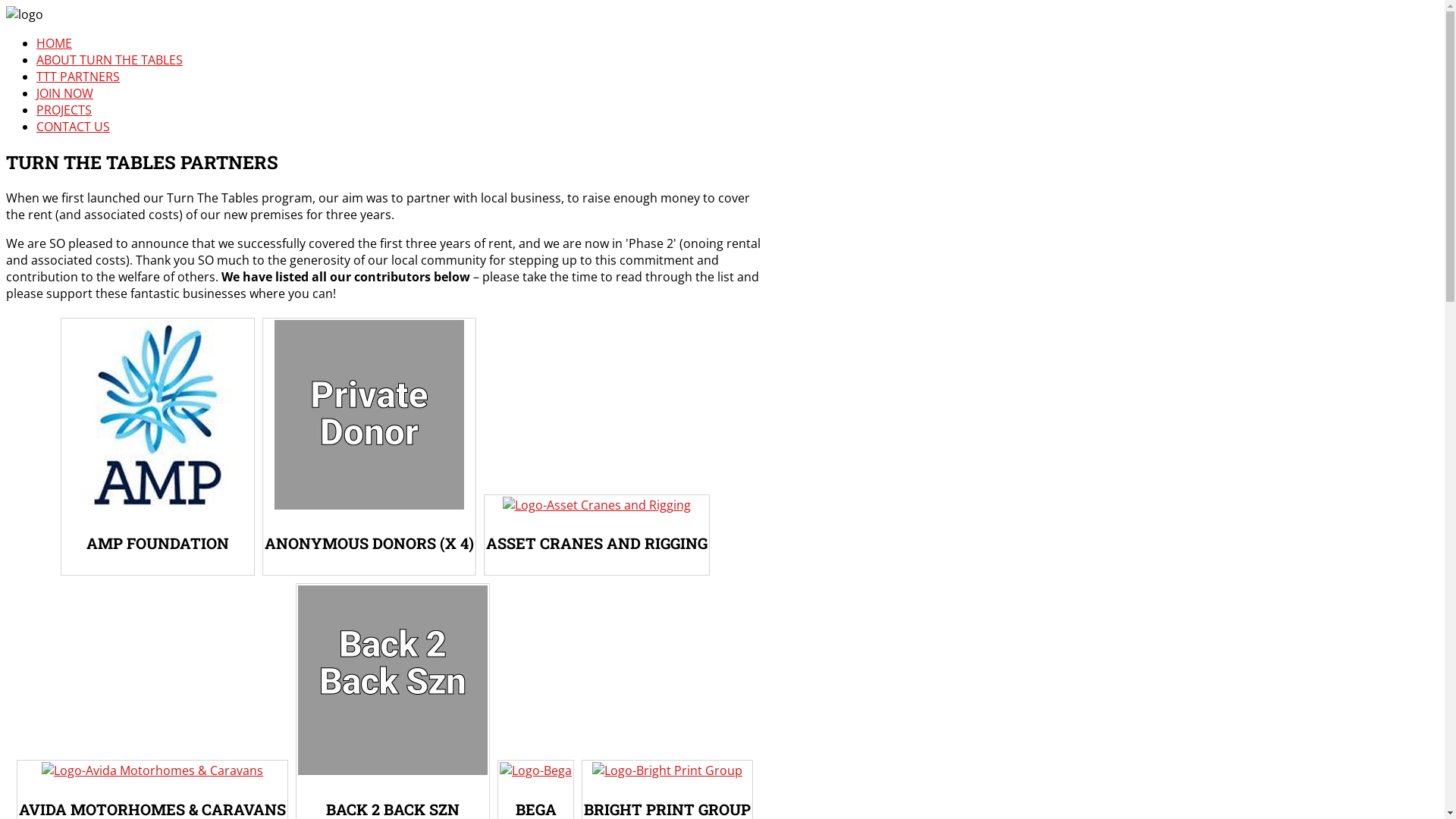 Image resolution: width=1456 pixels, height=819 pixels. I want to click on 'HOME', so click(54, 42).